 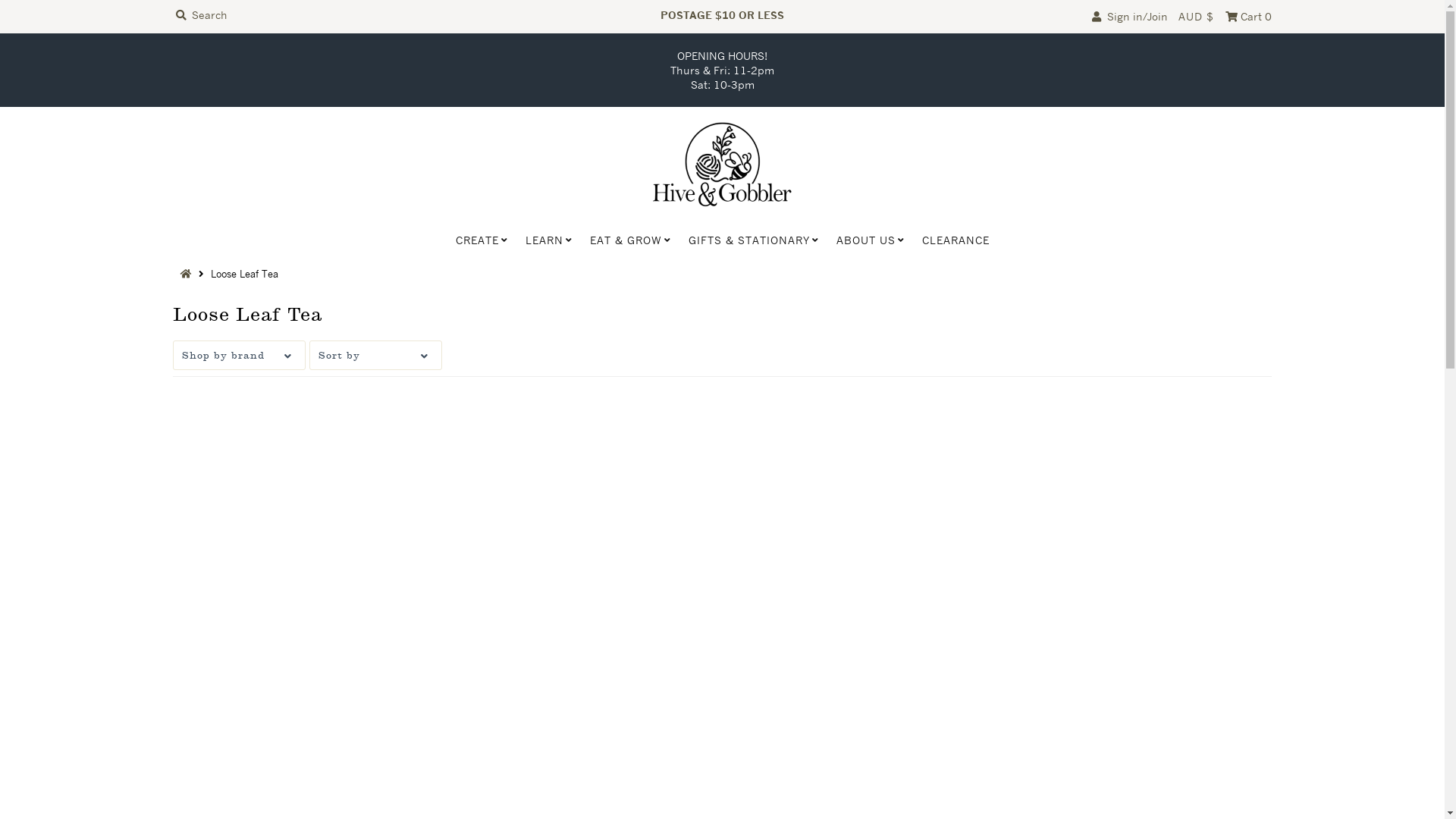 What do you see at coordinates (1248, 17) in the screenshot?
I see `' Cart 0'` at bounding box center [1248, 17].